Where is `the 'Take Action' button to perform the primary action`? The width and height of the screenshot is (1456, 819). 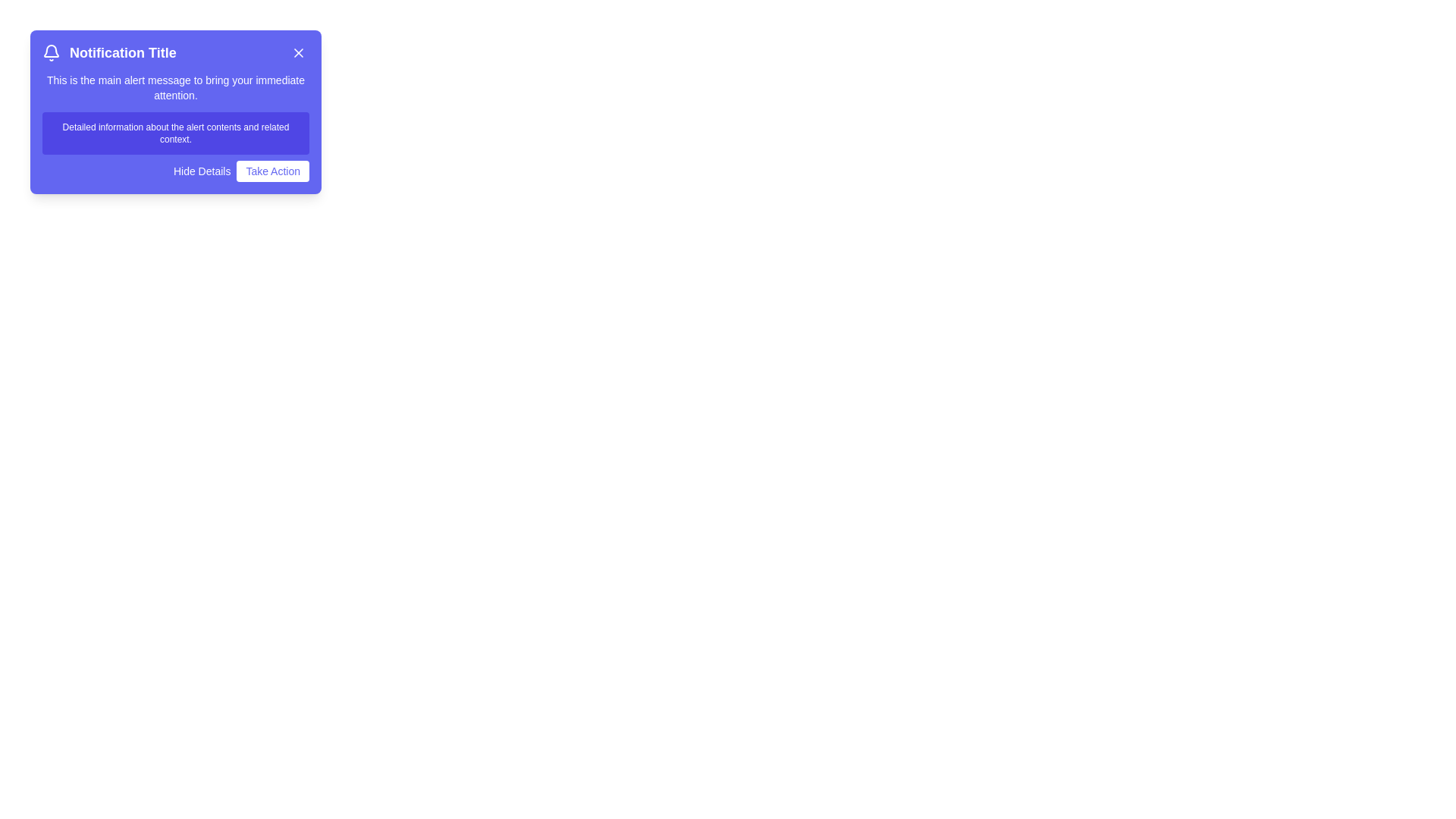
the 'Take Action' button to perform the primary action is located at coordinates (273, 171).